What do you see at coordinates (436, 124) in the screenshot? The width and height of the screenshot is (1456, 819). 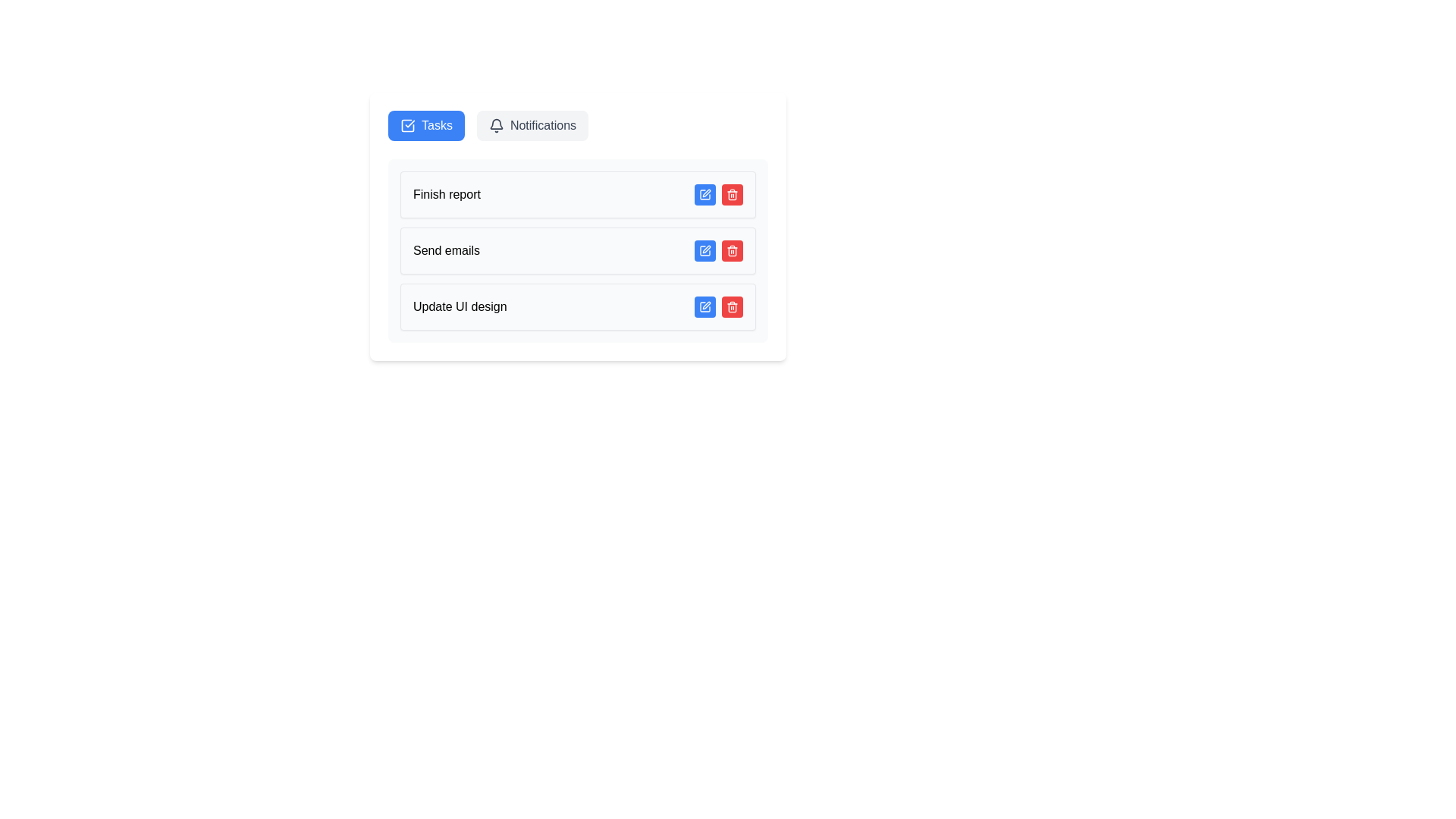 I see `the 'Tasks' label within the button` at bounding box center [436, 124].